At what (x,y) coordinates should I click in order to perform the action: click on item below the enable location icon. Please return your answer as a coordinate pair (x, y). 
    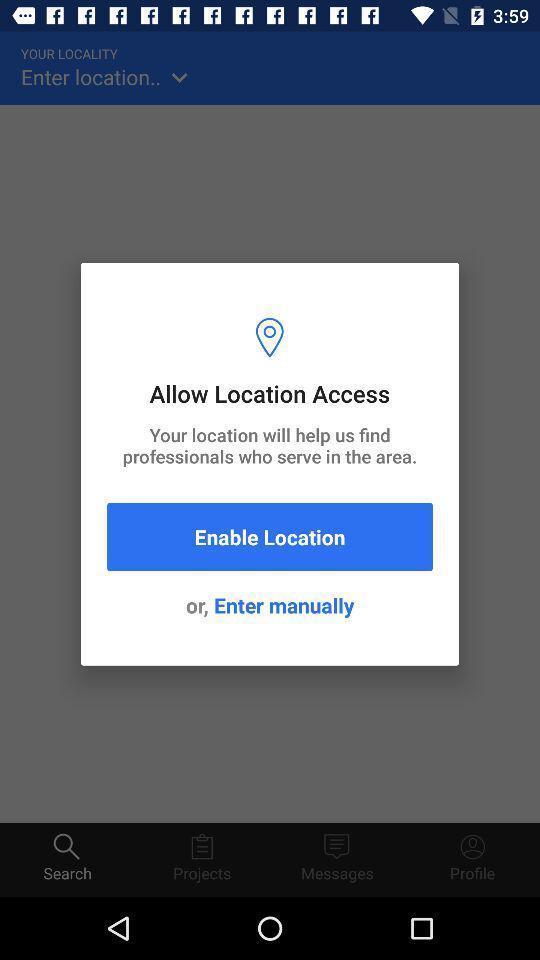
    Looking at the image, I should click on (270, 604).